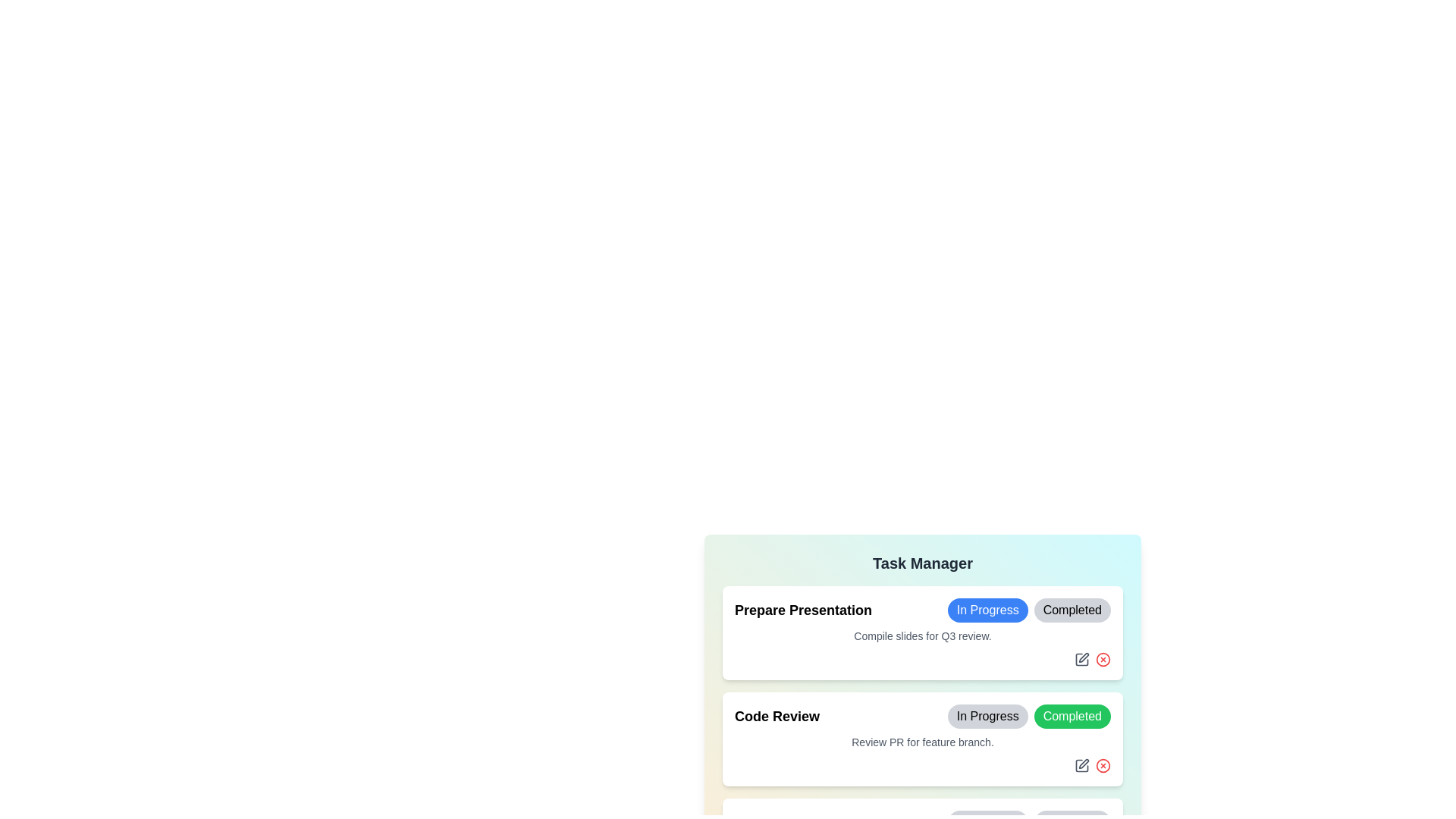 The width and height of the screenshot is (1456, 819). Describe the element at coordinates (1081, 765) in the screenshot. I see `the edit icon for the task titled Code Review` at that location.